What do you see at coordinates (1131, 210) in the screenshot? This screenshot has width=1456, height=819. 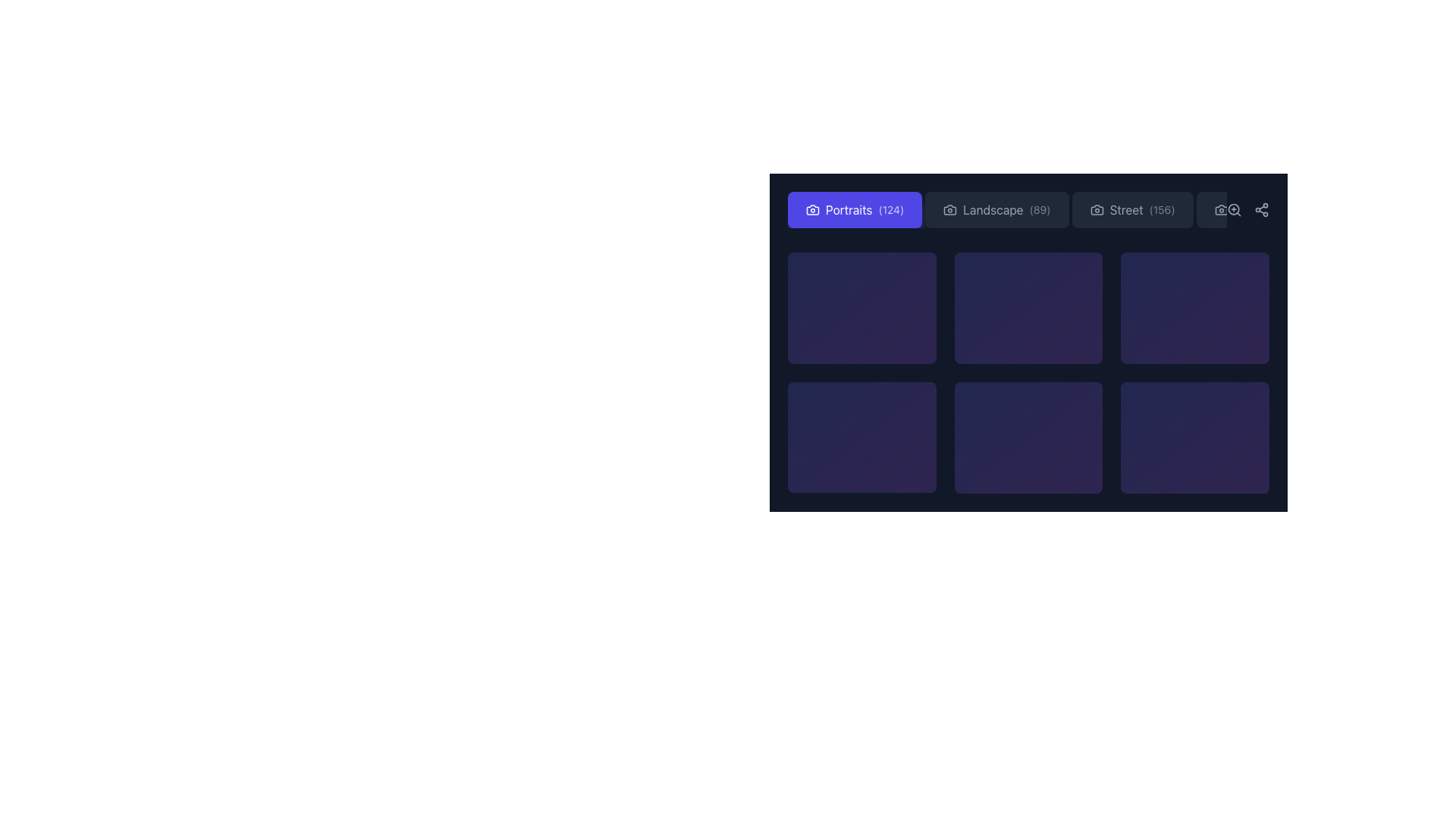 I see `the 'Street' category button, which is the third button in the horizontal list of category buttons at the top-right side of the interface` at bounding box center [1131, 210].